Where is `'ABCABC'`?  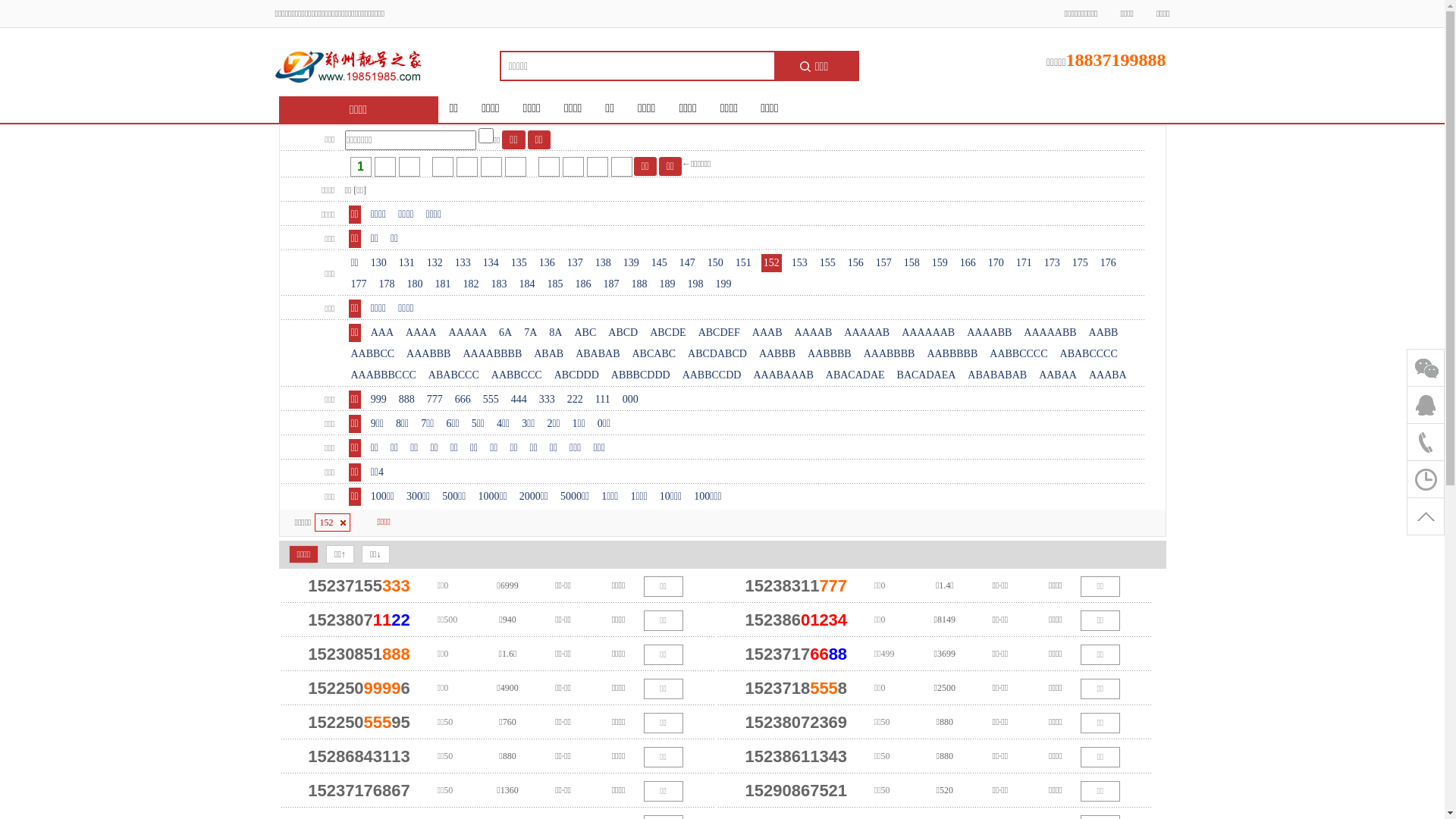 'ABCABC' is located at coordinates (654, 353).